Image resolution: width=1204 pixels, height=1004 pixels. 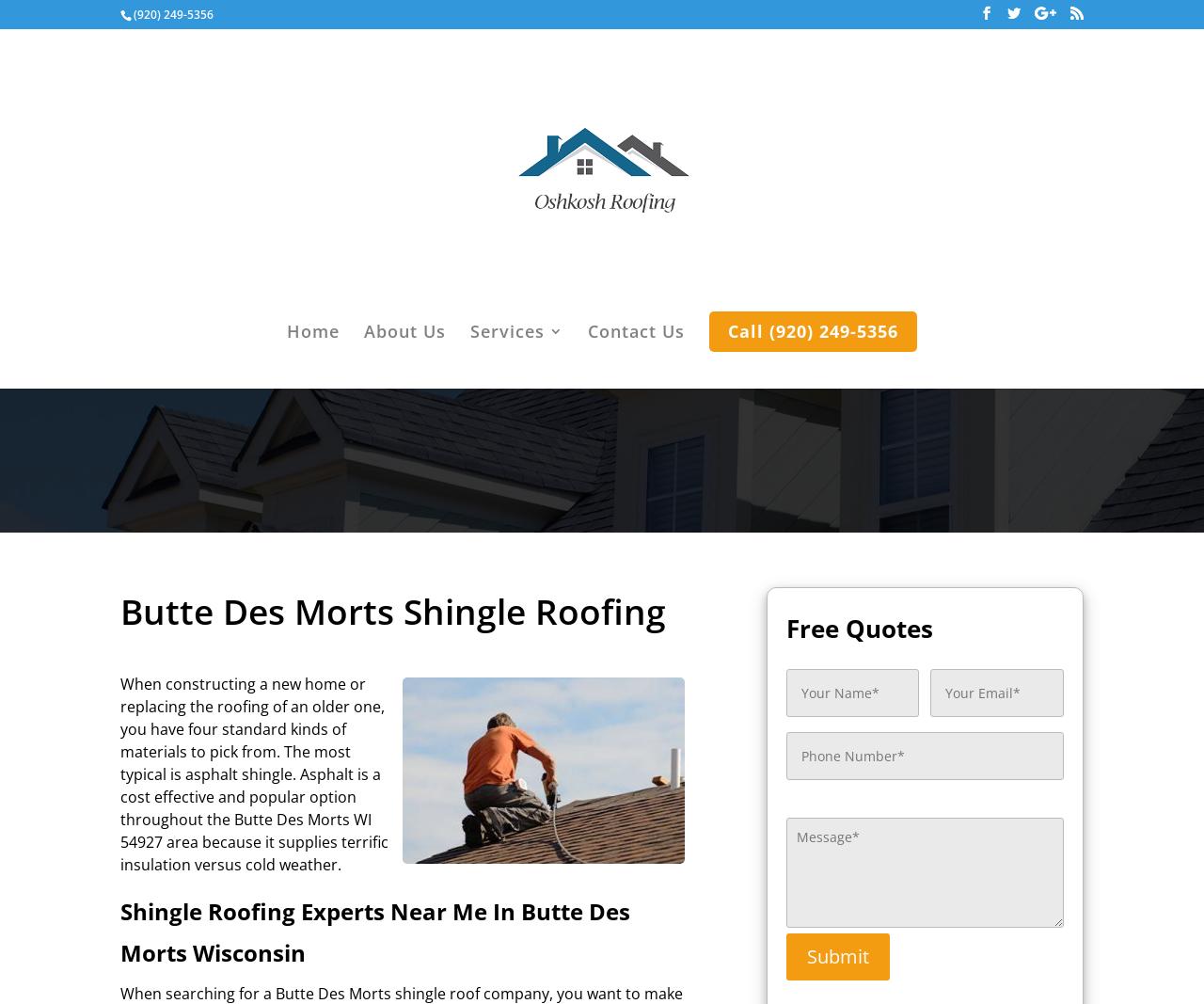 What do you see at coordinates (404, 331) in the screenshot?
I see `'About Us'` at bounding box center [404, 331].